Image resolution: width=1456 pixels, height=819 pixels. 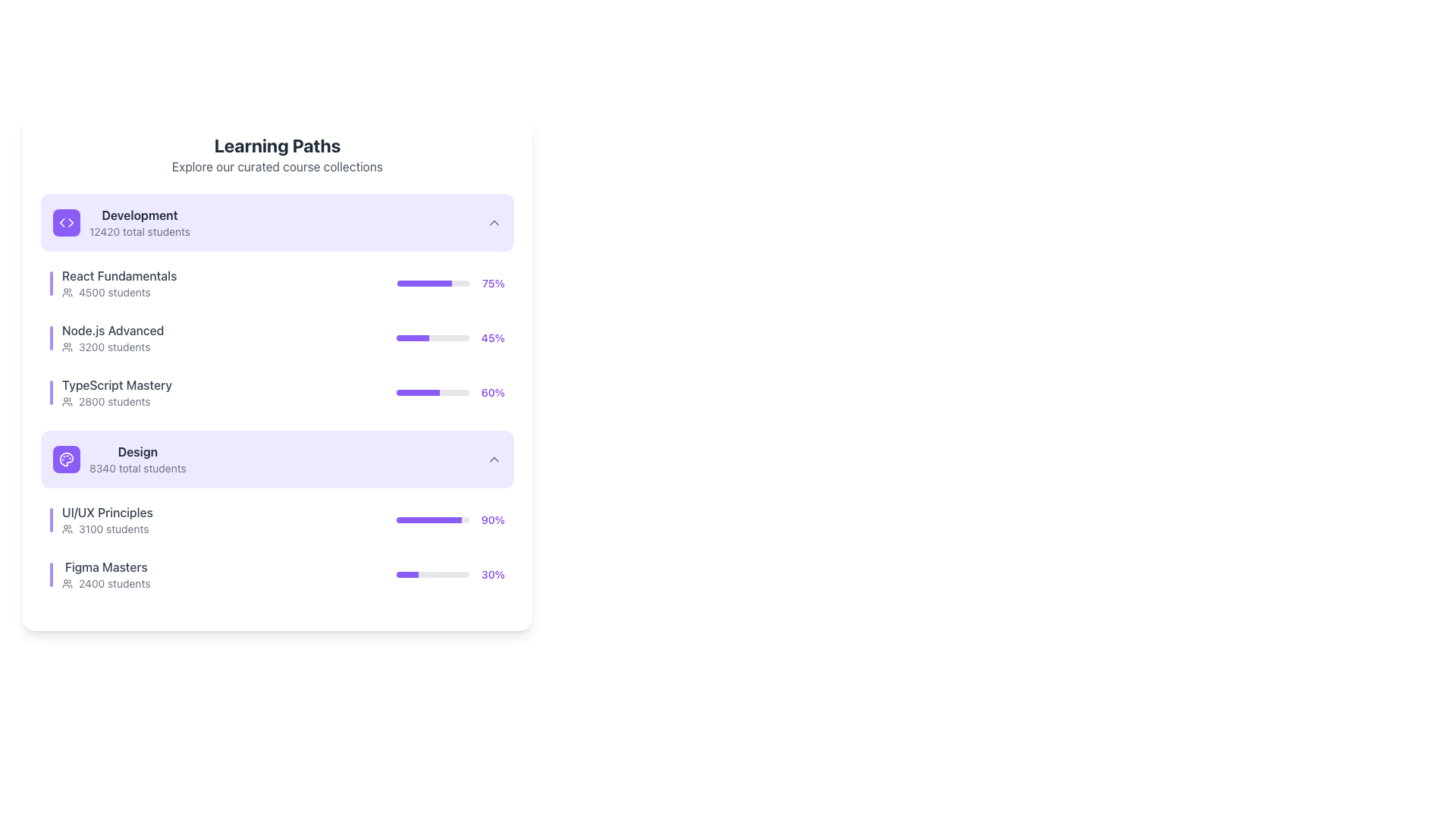 I want to click on the text label displaying the total number of students associated with the 'Design' category, located in the lower section of the purple card group, so click(x=137, y=467).